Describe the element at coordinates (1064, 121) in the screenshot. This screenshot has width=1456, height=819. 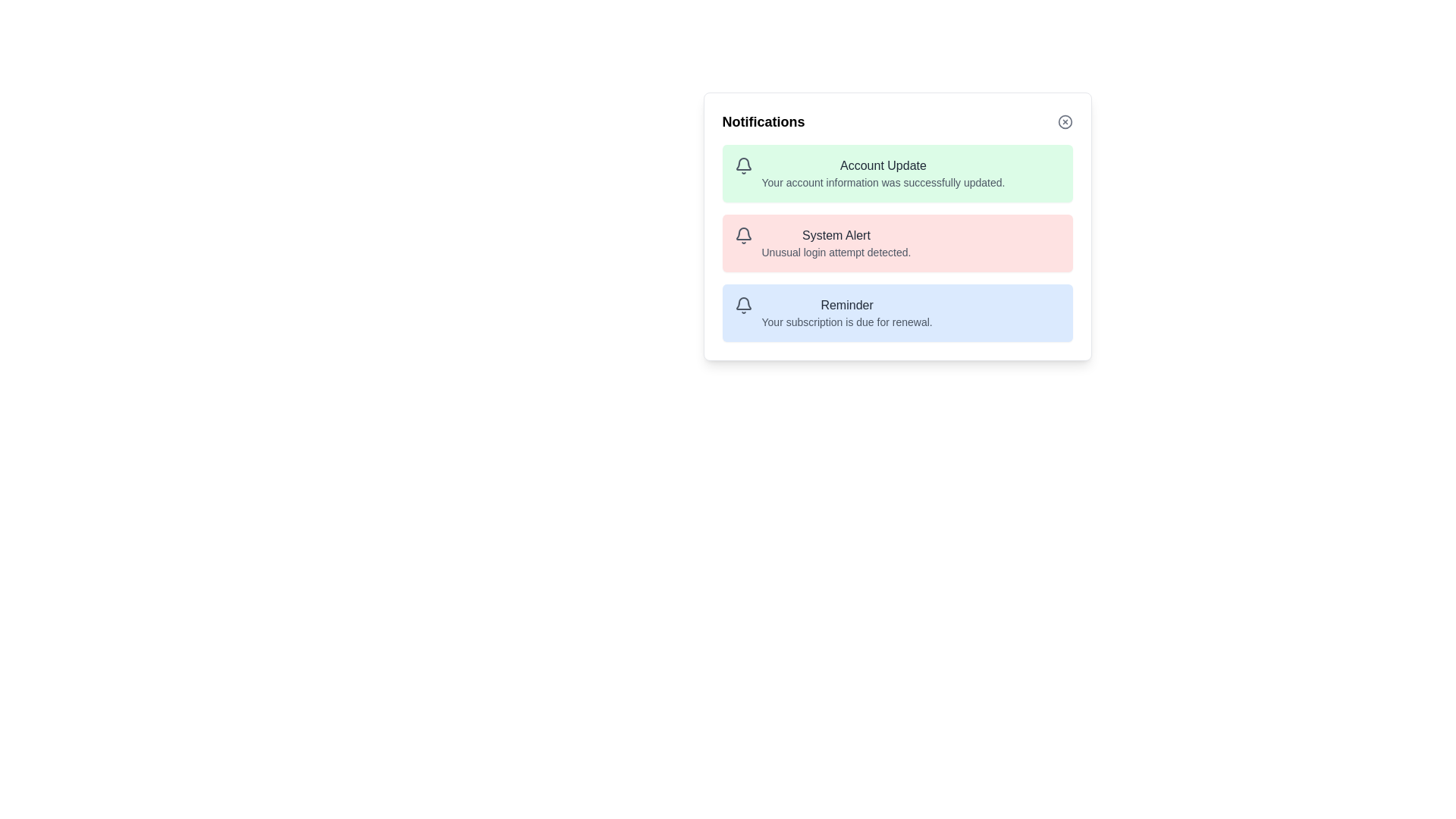
I see `the round 'X' button located in the upper-right corner of the 'Notifications' panel` at that location.